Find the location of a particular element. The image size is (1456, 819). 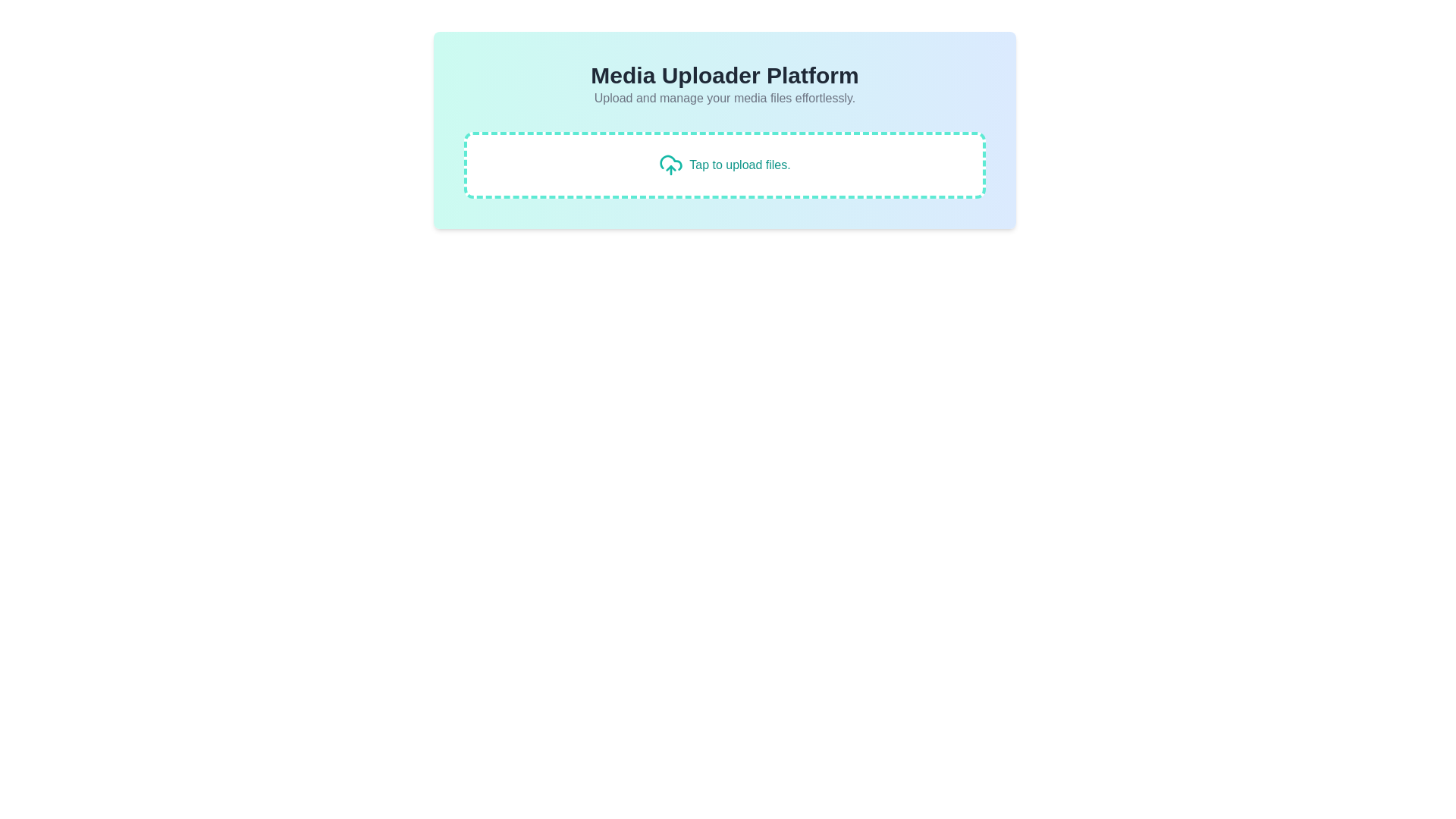

the interactive file upload button with dashed teal edges and a cloud upload icon is located at coordinates (723, 165).